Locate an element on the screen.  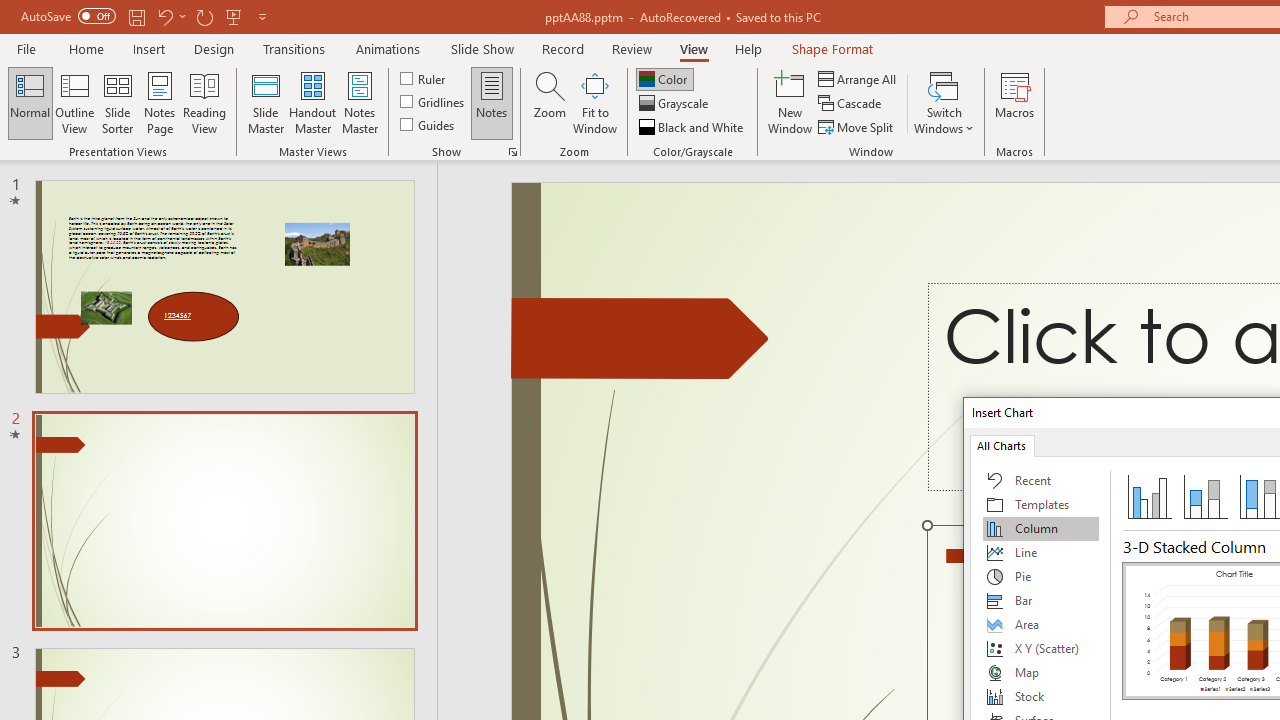
'Arrange All' is located at coordinates (858, 78).